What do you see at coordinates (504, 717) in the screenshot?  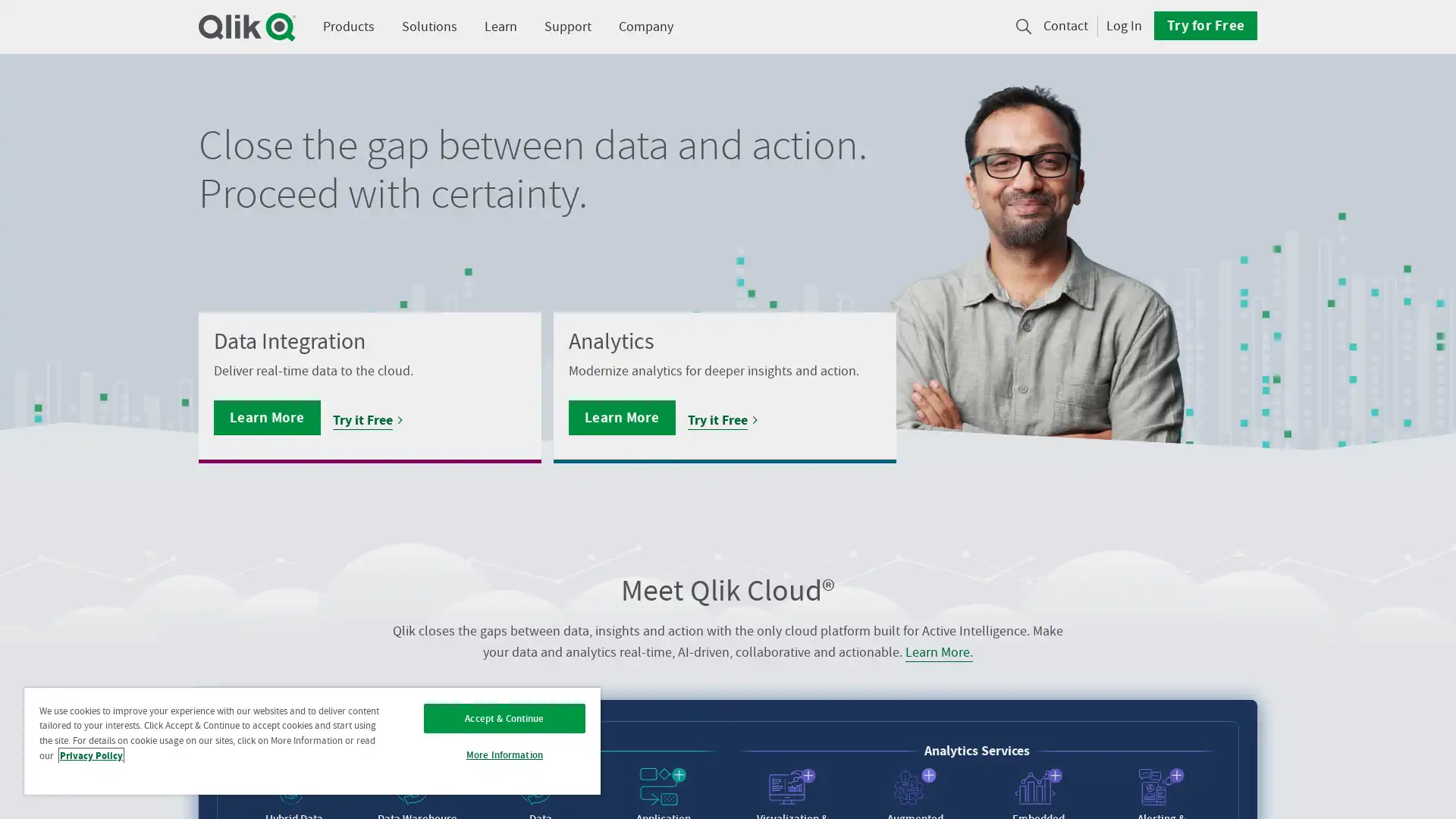 I see `Accept & Continue` at bounding box center [504, 717].